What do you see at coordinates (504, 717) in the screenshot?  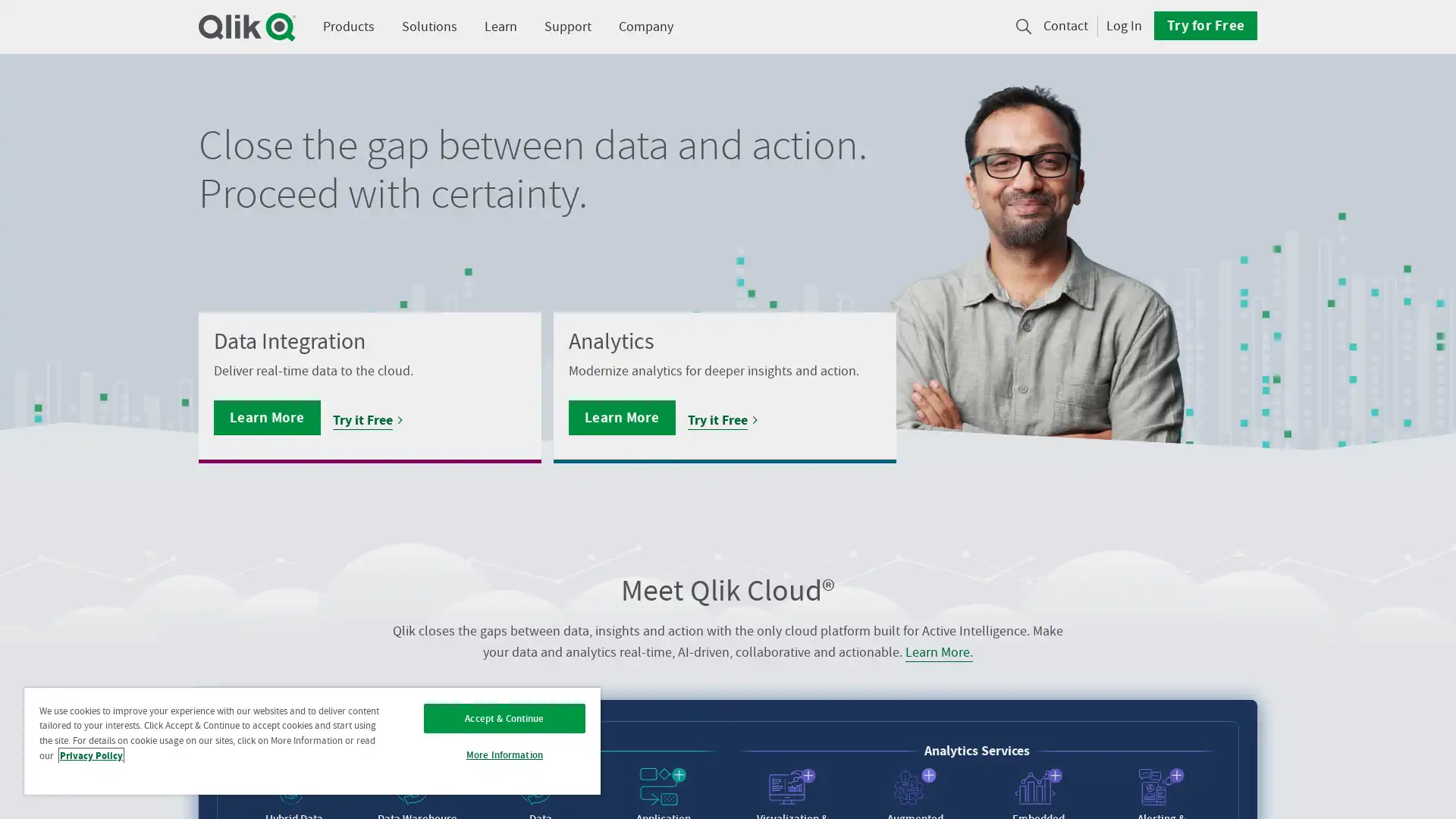 I see `Accept & Continue` at bounding box center [504, 717].